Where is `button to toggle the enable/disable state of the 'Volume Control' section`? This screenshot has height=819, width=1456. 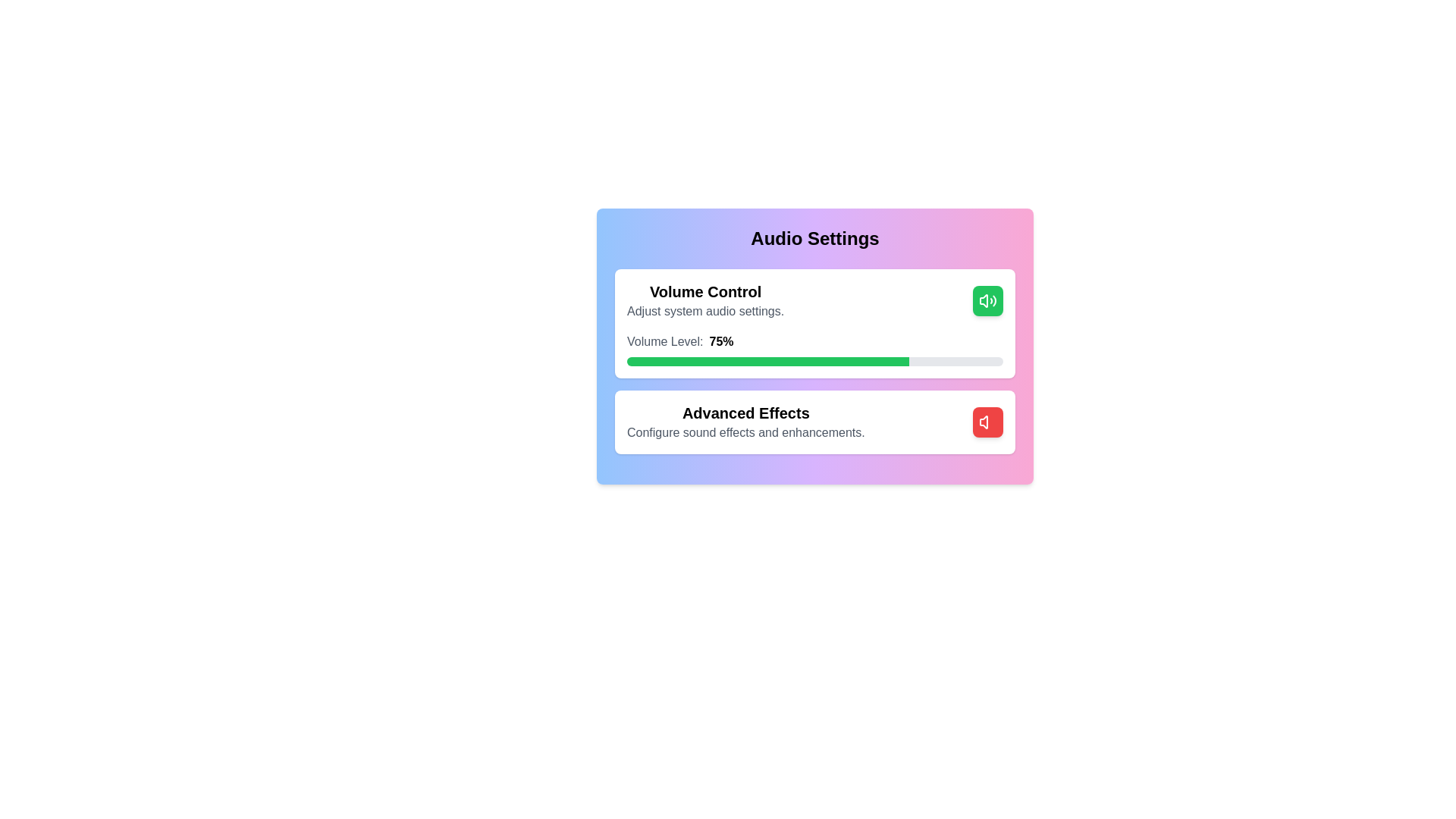 button to toggle the enable/disable state of the 'Volume Control' section is located at coordinates (987, 301).